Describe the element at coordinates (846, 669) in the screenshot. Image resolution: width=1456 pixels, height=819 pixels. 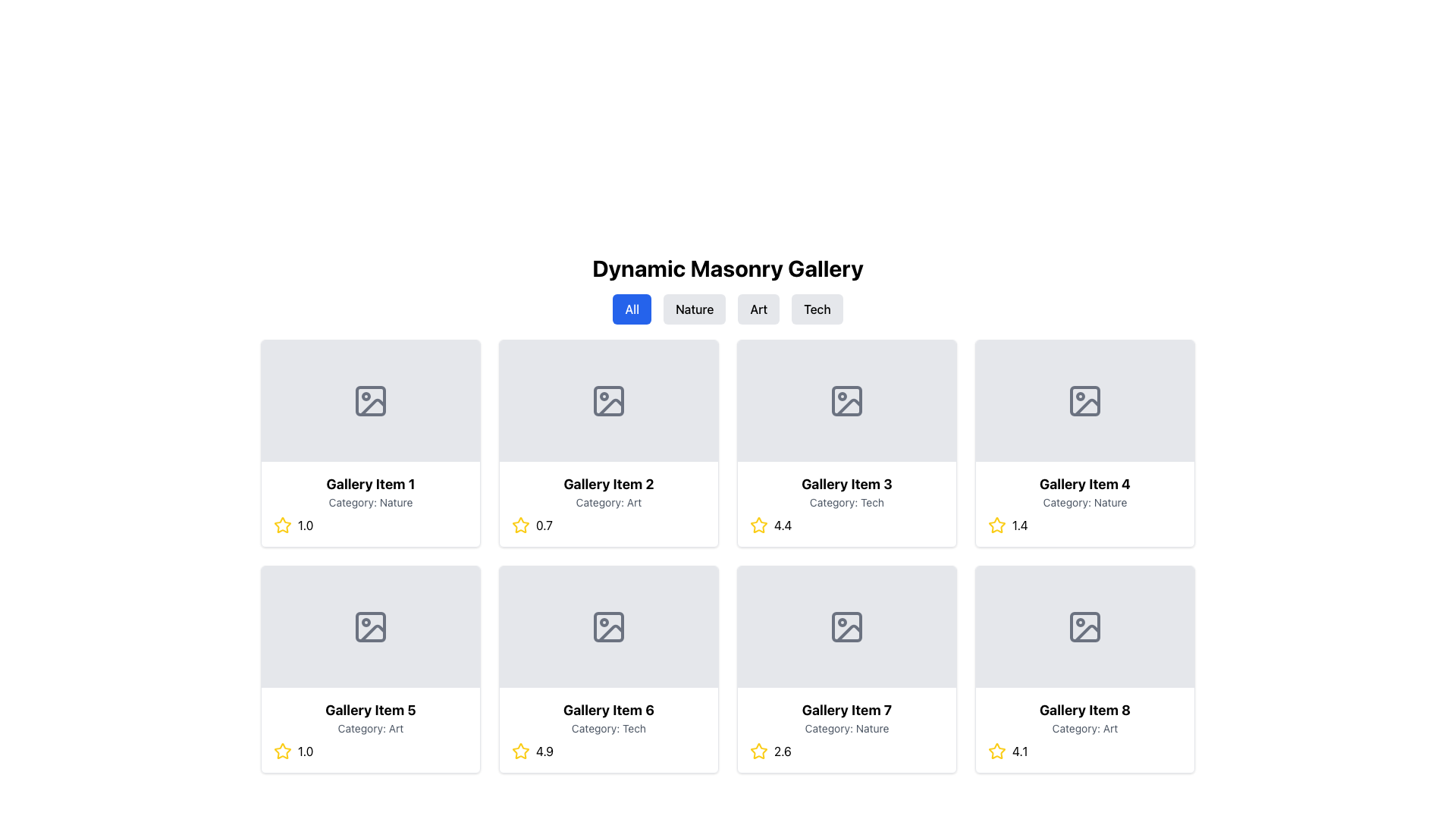
I see `to select the Gallery Item Card, which is the seventh item in the gallery grid located on the second row and third column` at that location.